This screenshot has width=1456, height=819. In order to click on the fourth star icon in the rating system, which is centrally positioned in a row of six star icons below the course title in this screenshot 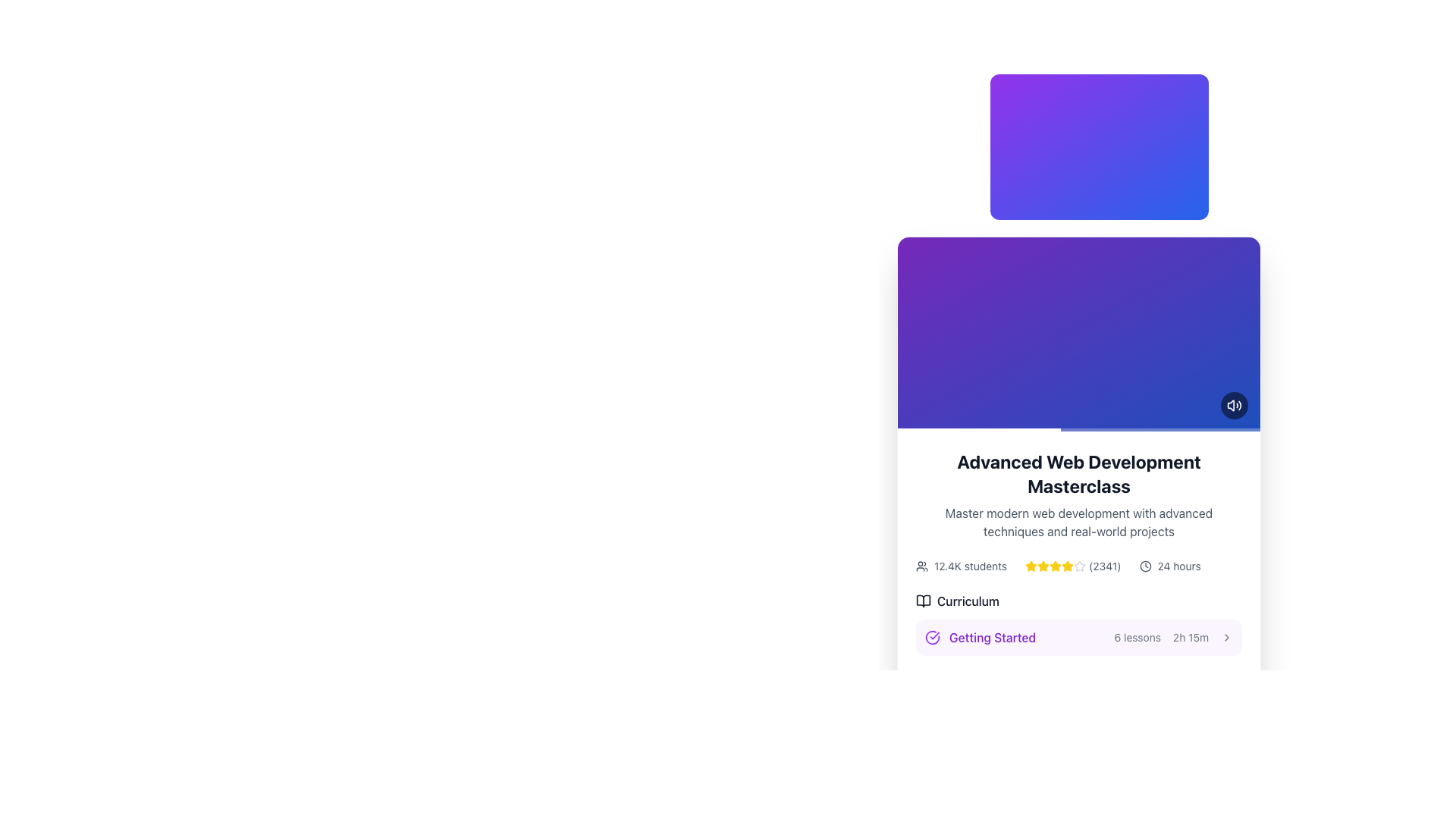, I will do `click(1055, 566)`.